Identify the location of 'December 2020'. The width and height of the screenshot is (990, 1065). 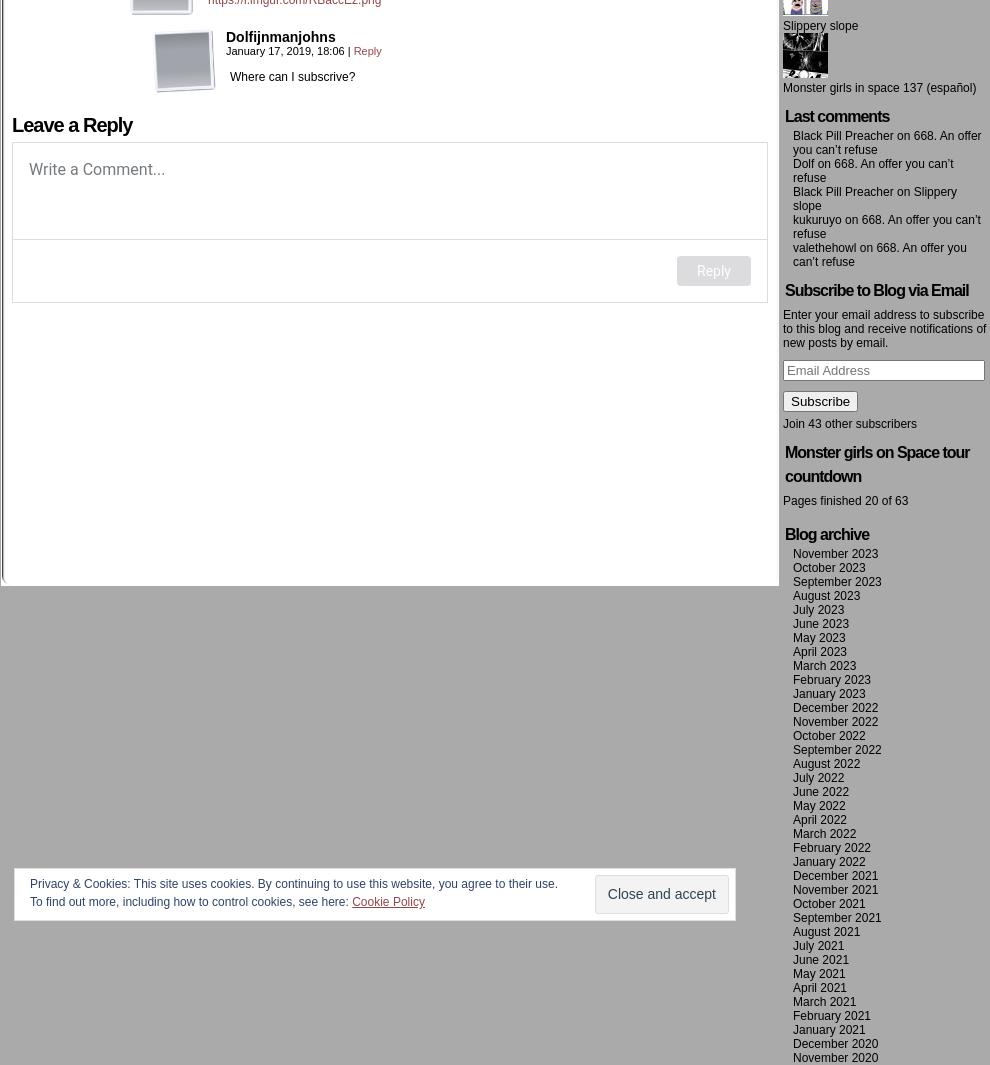
(834, 1044).